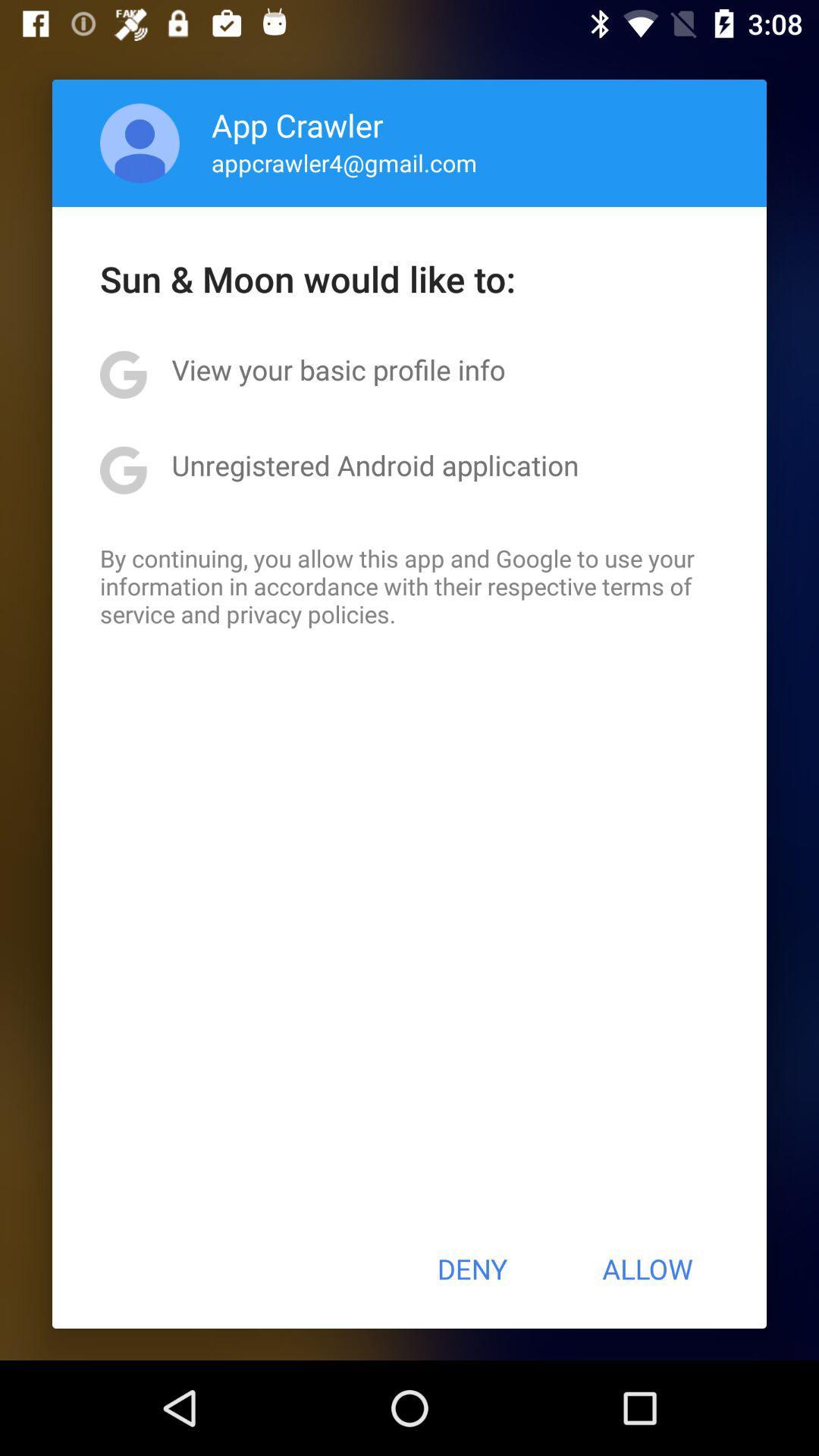 Image resolution: width=819 pixels, height=1456 pixels. Describe the element at coordinates (344, 162) in the screenshot. I see `the appcrawler4@gmail.com app` at that location.